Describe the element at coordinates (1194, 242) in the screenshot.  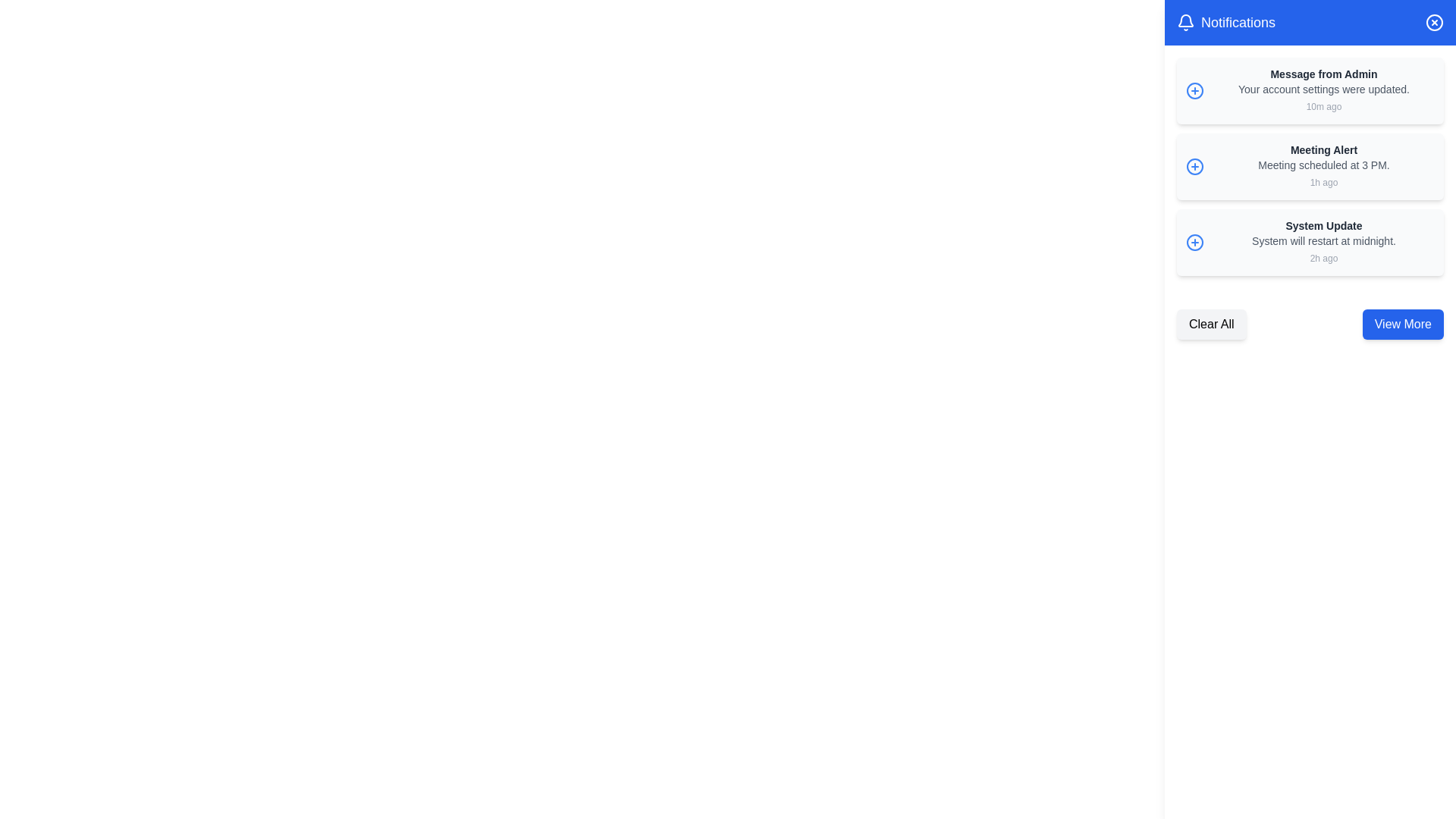
I see `the blue circular icon button with a plus sign located on the left side of the 'System Update' notification` at that location.